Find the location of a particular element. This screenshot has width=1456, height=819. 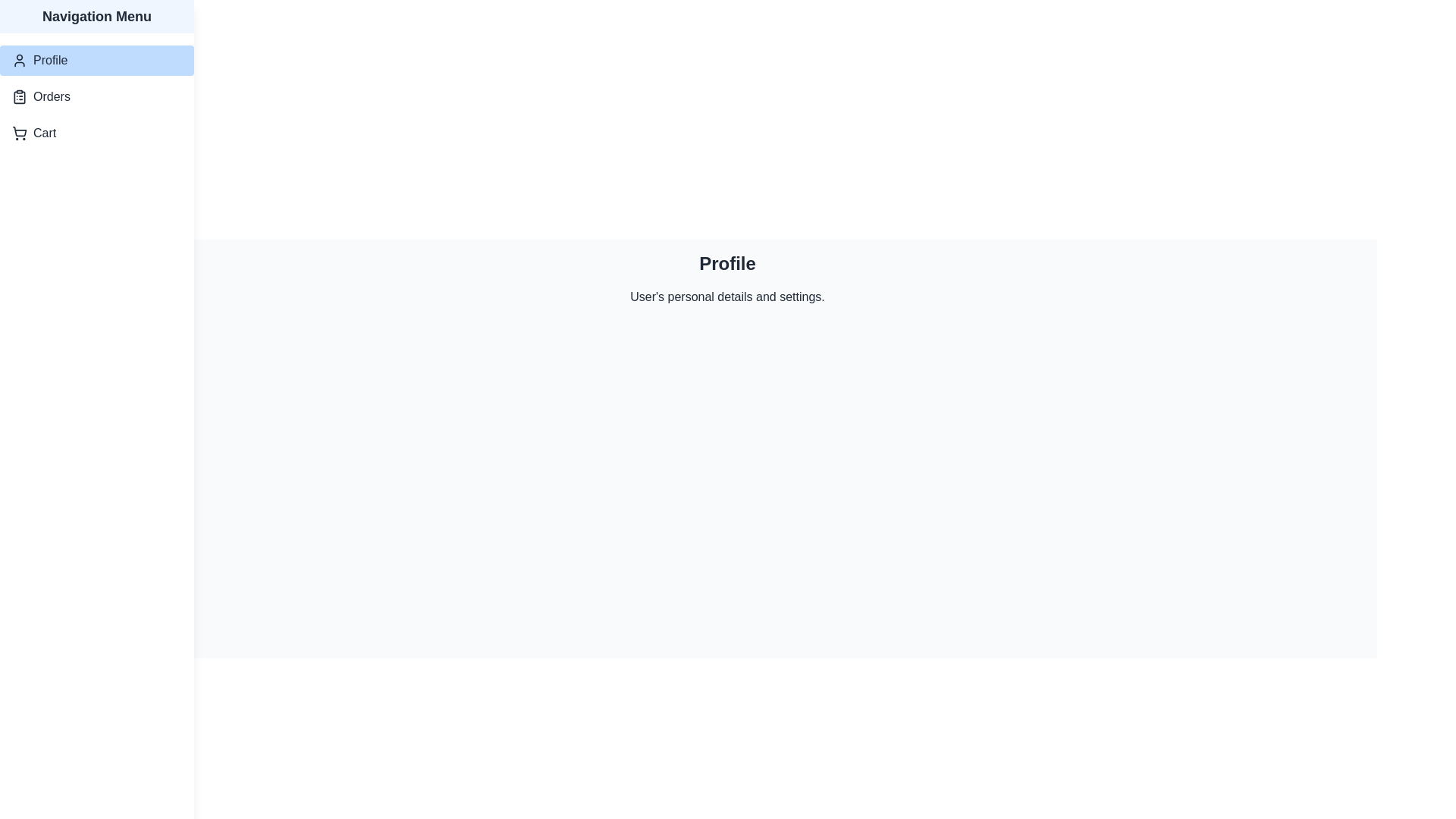

the user profile icon located at the top-left section of the navigation menu, which visually indicates the profile-related menu item is located at coordinates (19, 60).